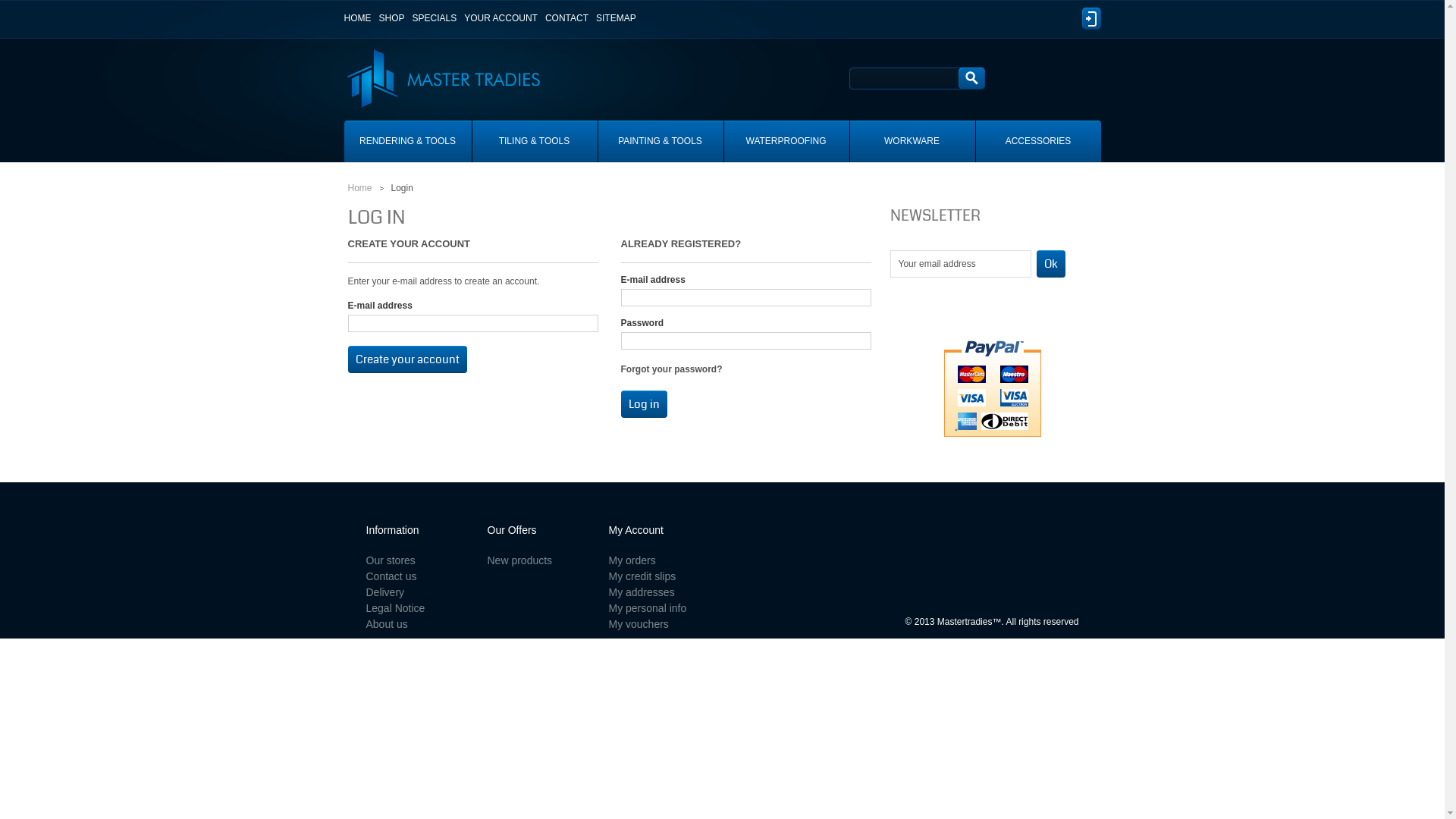  Describe the element at coordinates (607, 623) in the screenshot. I see `'My vouchers'` at that location.